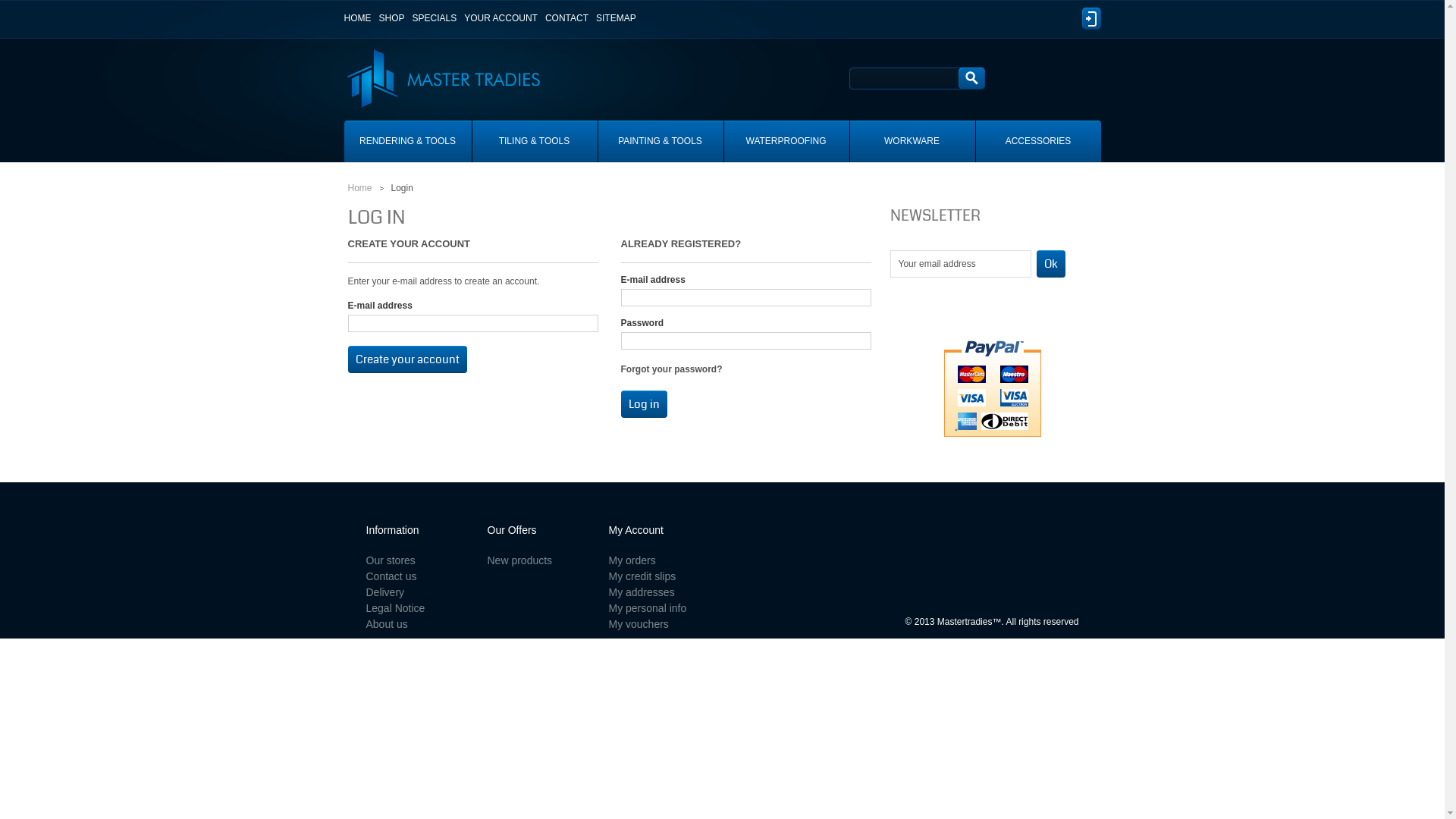  Describe the element at coordinates (607, 623) in the screenshot. I see `'My vouchers'` at that location.